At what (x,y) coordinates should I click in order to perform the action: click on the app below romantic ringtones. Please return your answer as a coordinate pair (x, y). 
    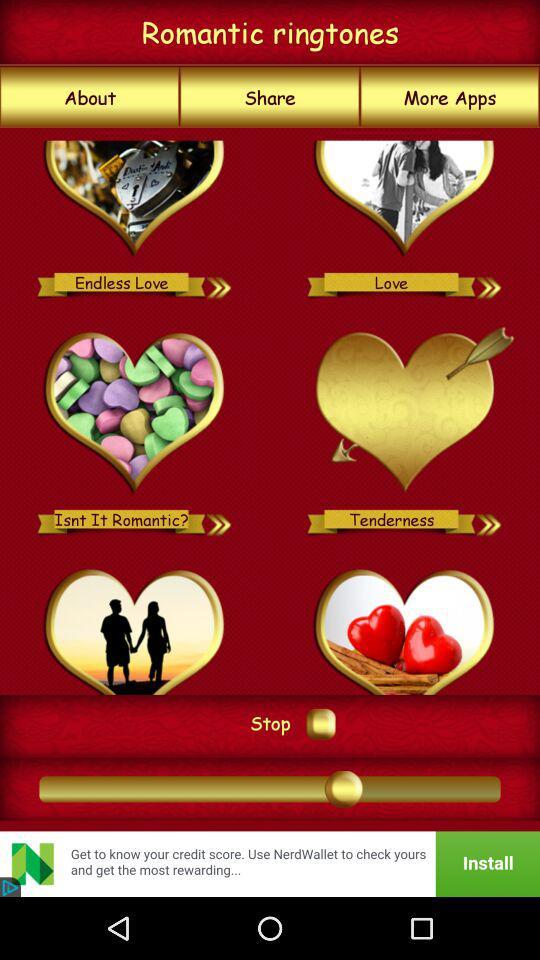
    Looking at the image, I should click on (450, 97).